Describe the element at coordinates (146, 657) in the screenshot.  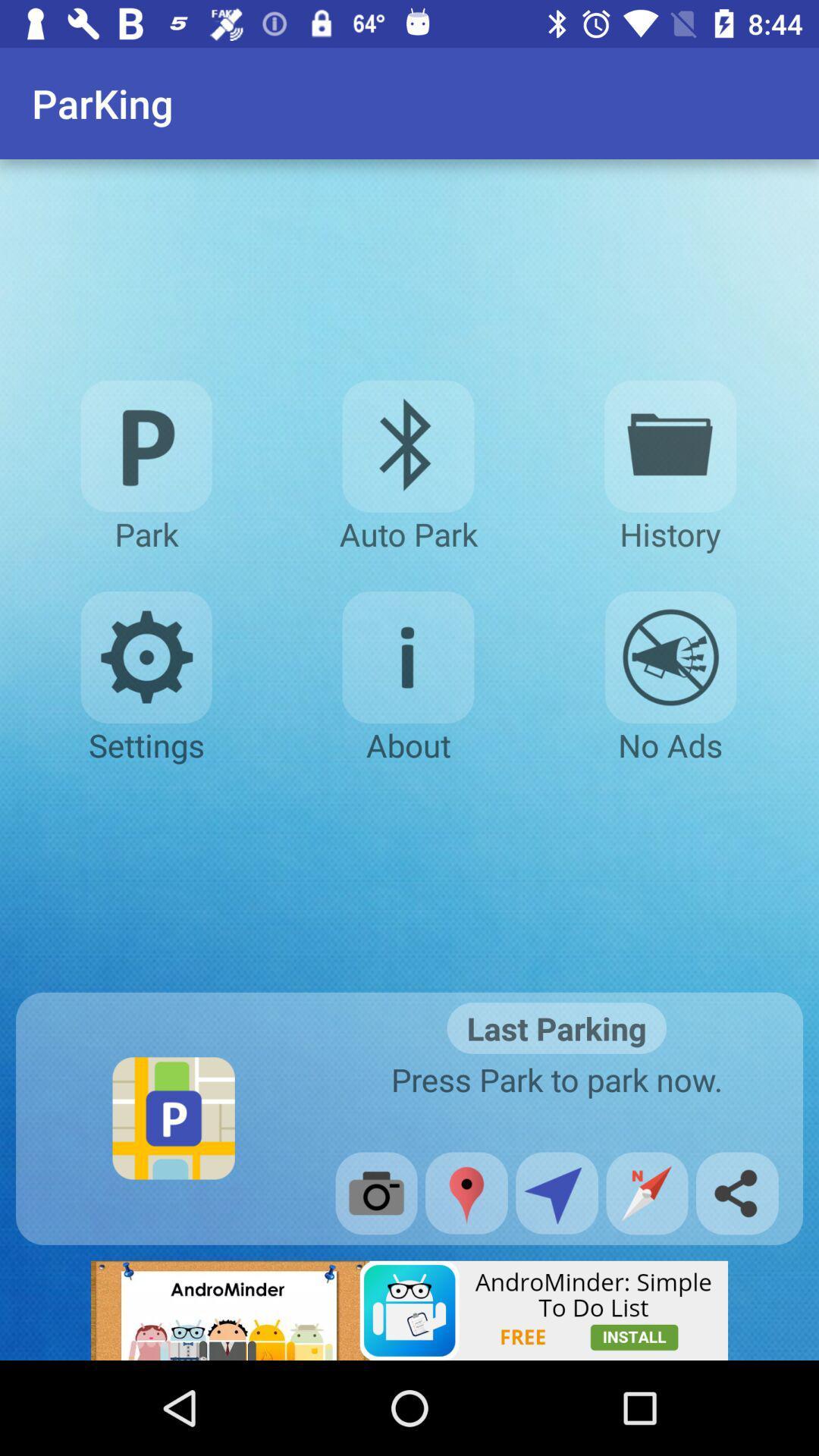
I see `settings` at that location.